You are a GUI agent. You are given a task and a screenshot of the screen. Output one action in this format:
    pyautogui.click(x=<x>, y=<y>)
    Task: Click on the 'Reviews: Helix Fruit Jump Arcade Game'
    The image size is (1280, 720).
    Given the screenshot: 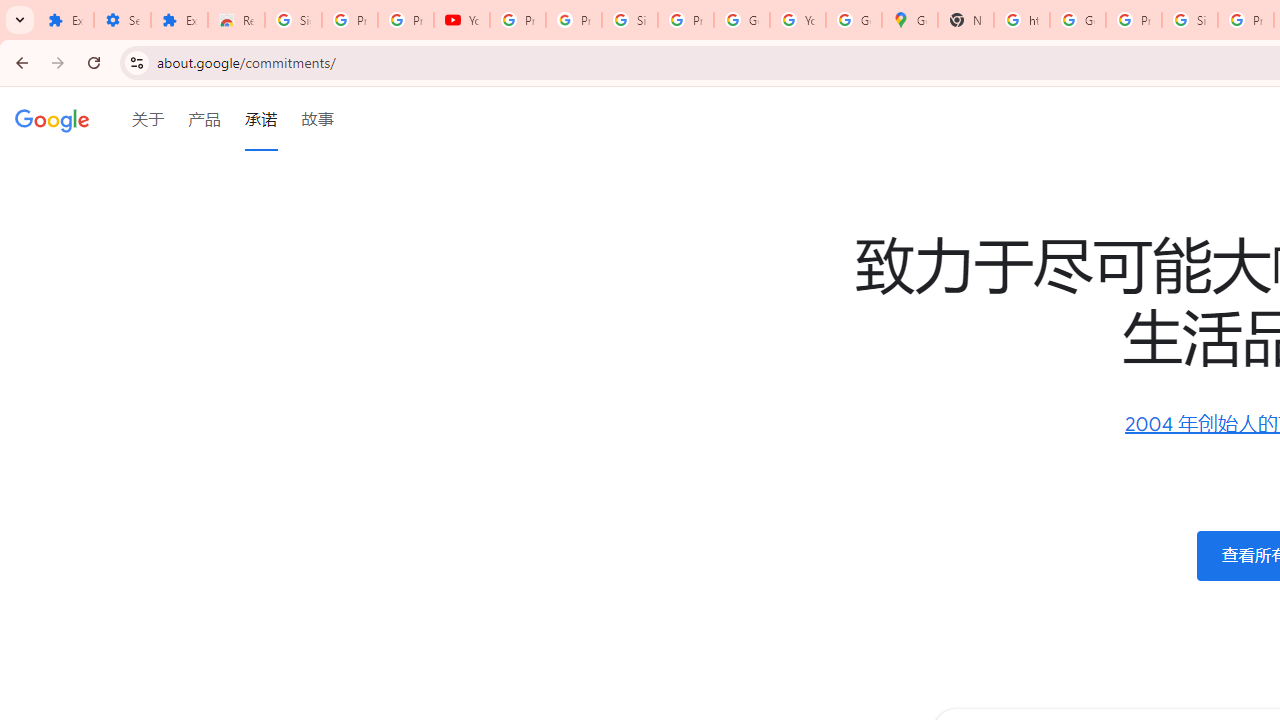 What is the action you would take?
    pyautogui.click(x=236, y=20)
    